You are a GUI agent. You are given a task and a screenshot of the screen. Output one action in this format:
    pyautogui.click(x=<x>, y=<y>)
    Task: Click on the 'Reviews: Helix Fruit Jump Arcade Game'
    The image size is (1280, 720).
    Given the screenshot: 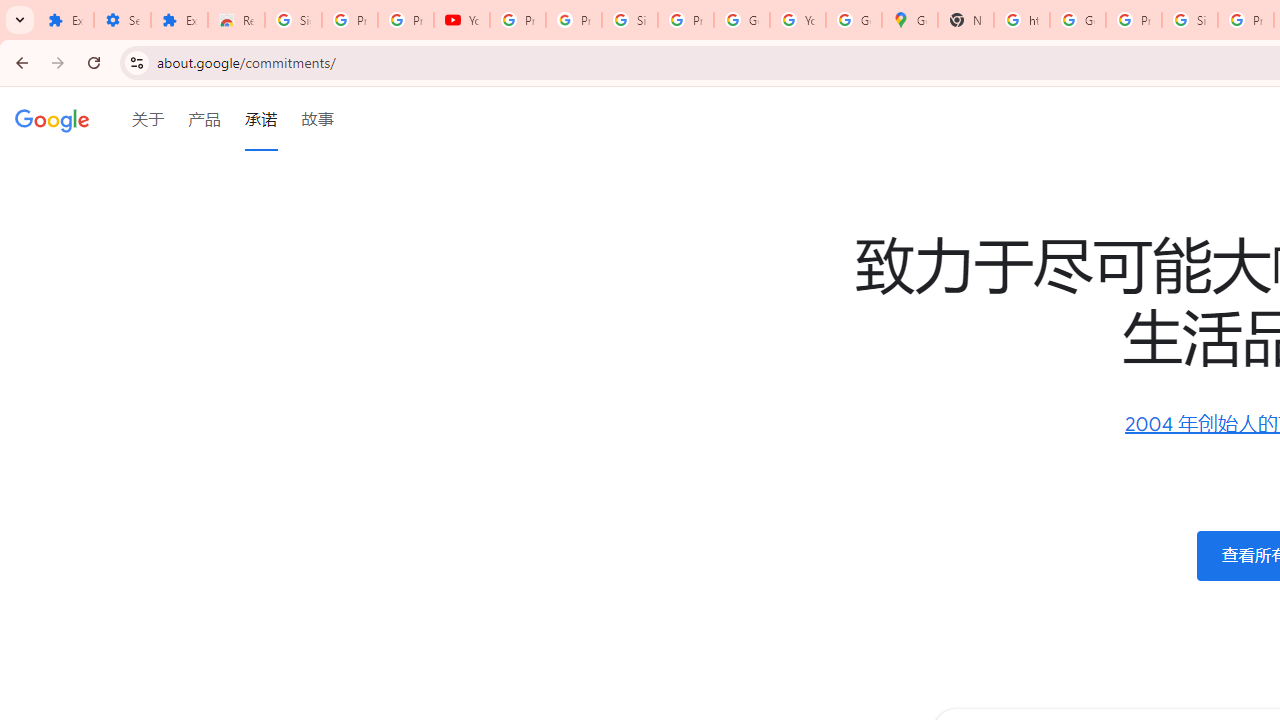 What is the action you would take?
    pyautogui.click(x=236, y=20)
    